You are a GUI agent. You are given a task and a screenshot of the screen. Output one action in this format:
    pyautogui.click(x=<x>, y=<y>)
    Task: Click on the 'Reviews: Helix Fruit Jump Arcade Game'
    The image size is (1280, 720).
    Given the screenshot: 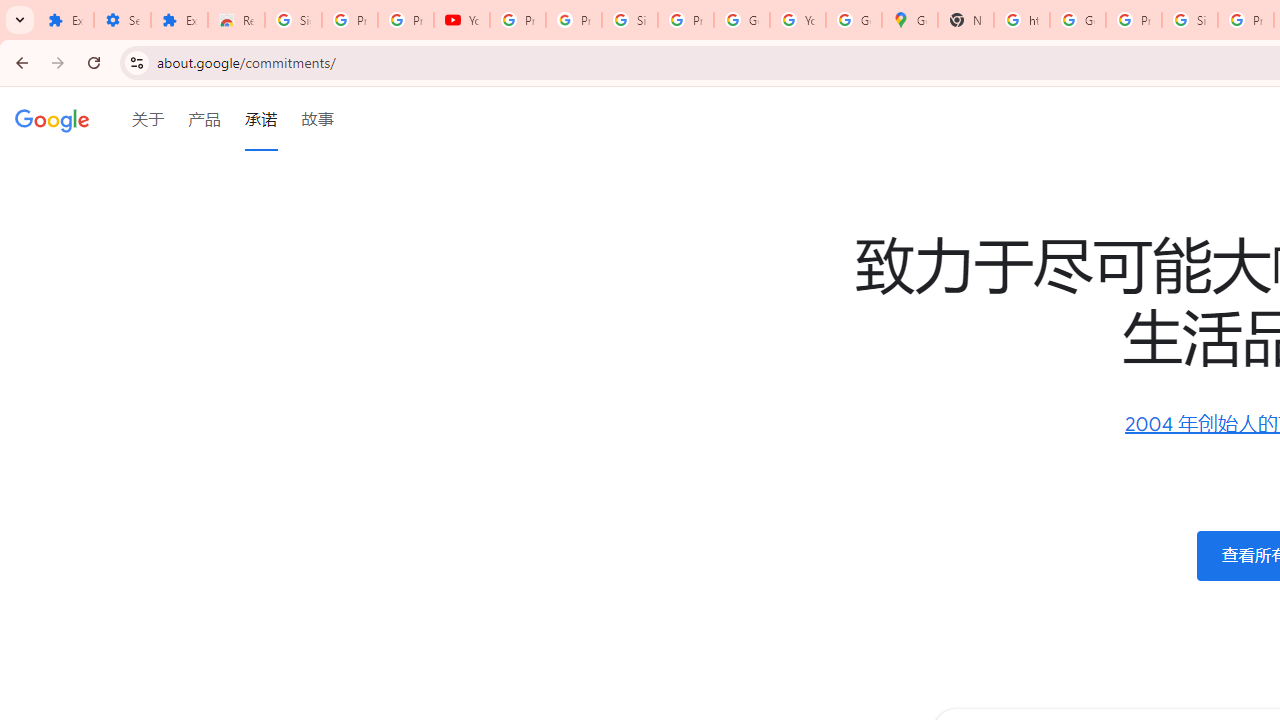 What is the action you would take?
    pyautogui.click(x=236, y=20)
    